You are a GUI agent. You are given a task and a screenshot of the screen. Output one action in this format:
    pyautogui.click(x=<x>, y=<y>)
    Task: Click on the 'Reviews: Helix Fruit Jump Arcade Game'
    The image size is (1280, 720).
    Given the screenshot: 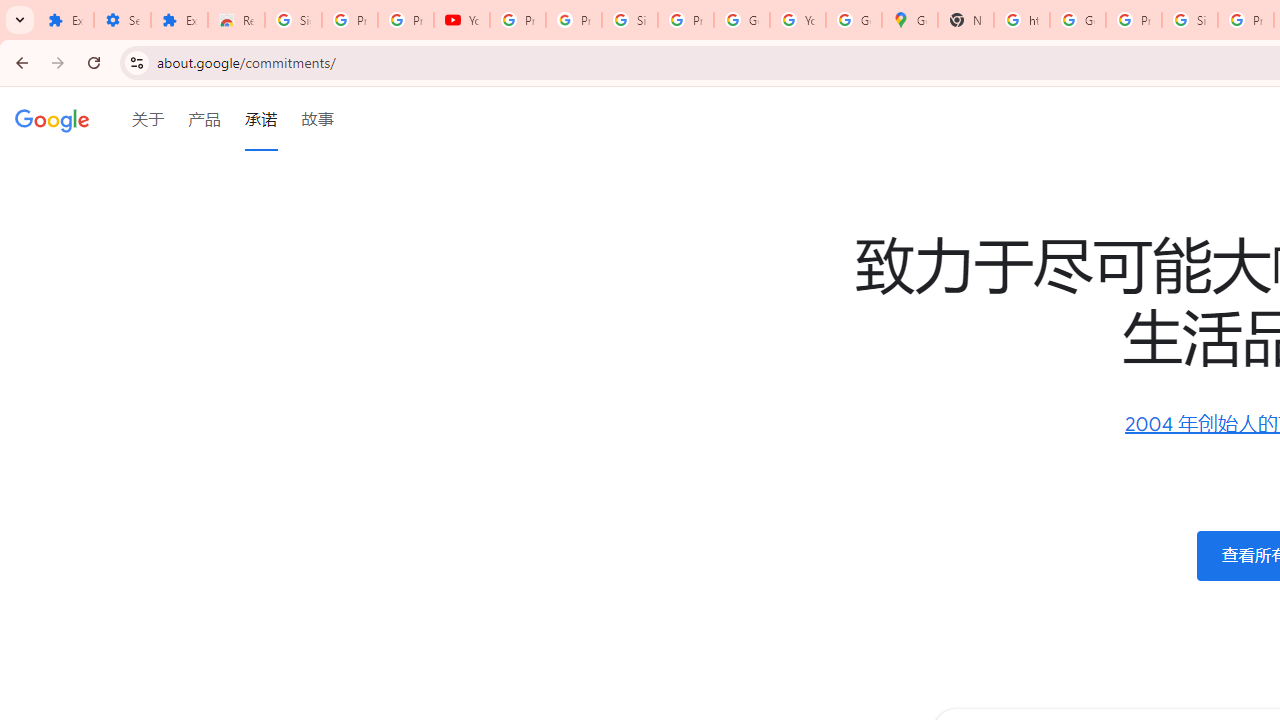 What is the action you would take?
    pyautogui.click(x=236, y=20)
    